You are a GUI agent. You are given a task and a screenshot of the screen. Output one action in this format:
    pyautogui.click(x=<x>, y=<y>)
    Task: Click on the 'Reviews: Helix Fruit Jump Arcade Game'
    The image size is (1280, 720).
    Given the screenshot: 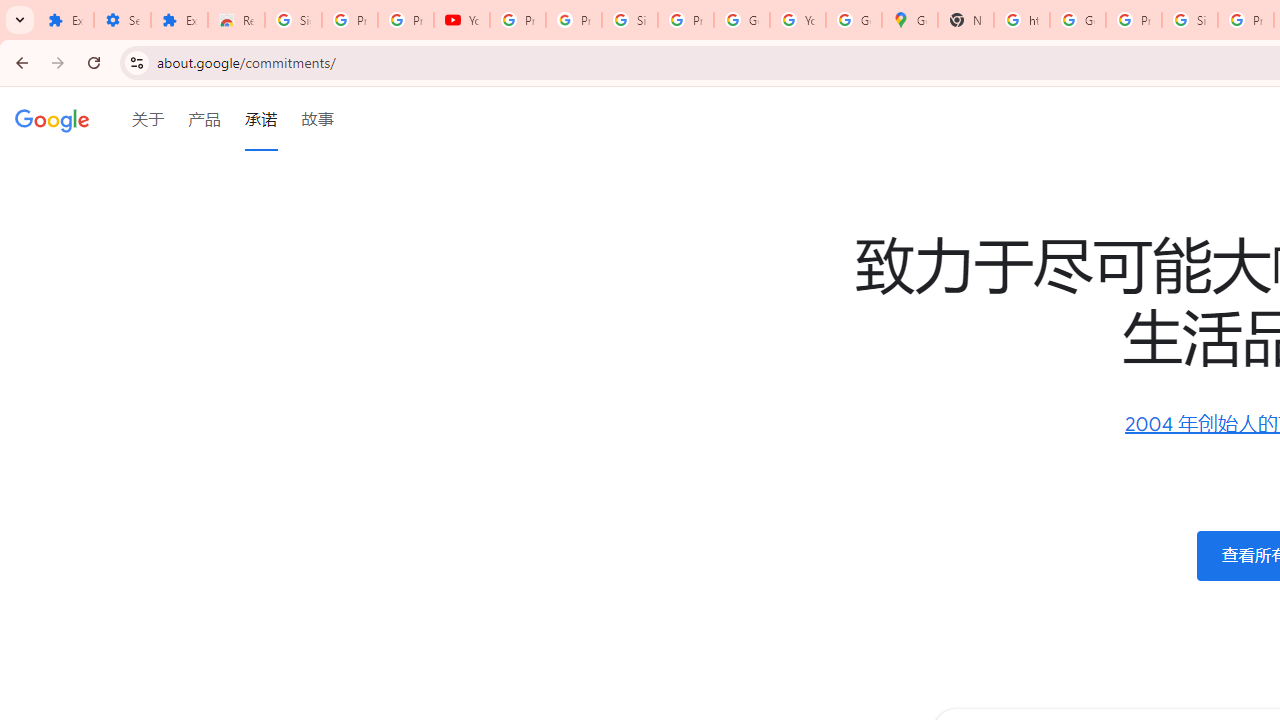 What is the action you would take?
    pyautogui.click(x=236, y=20)
    